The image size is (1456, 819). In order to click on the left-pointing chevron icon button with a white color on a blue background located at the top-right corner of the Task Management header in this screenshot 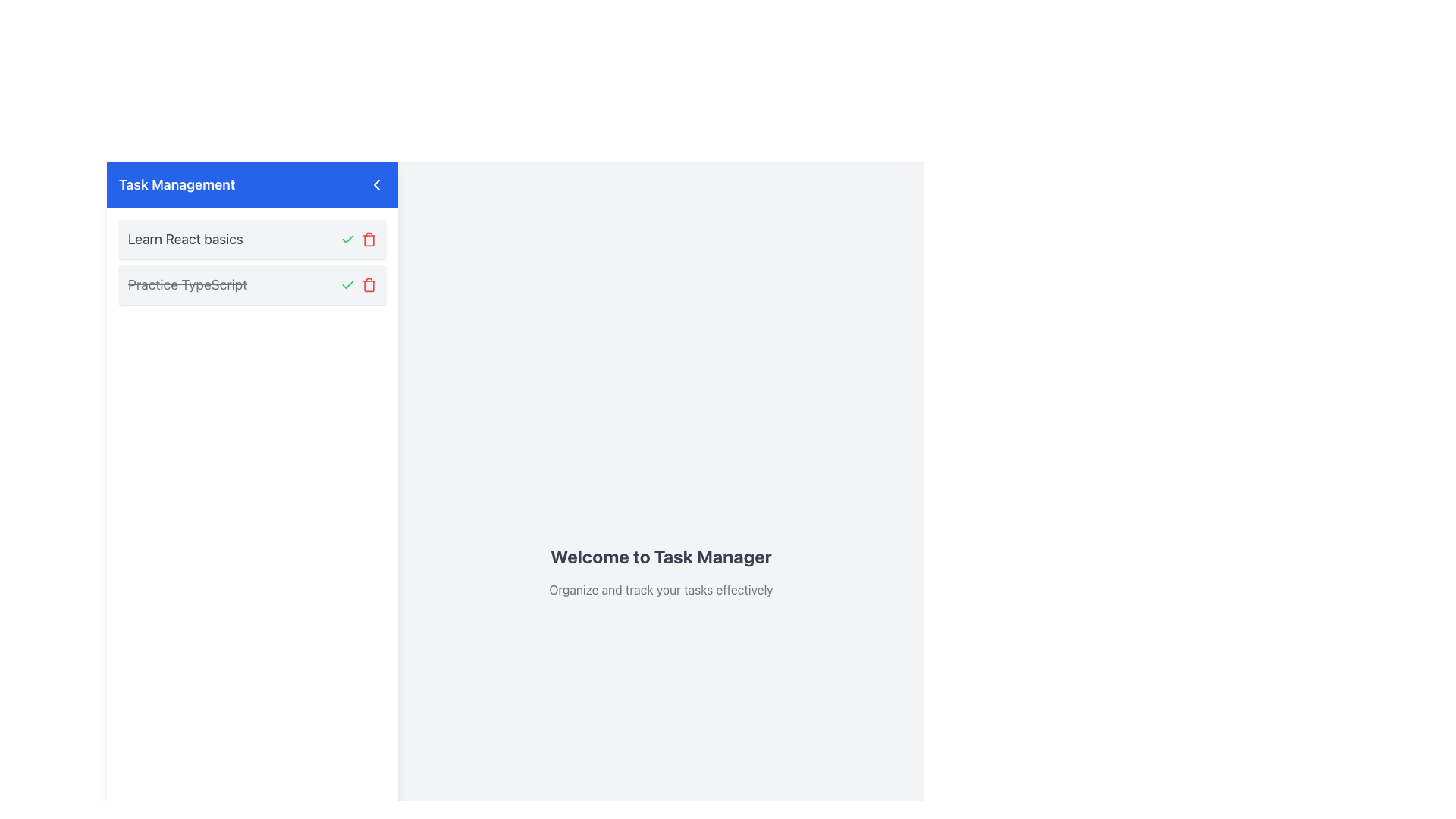, I will do `click(377, 184)`.